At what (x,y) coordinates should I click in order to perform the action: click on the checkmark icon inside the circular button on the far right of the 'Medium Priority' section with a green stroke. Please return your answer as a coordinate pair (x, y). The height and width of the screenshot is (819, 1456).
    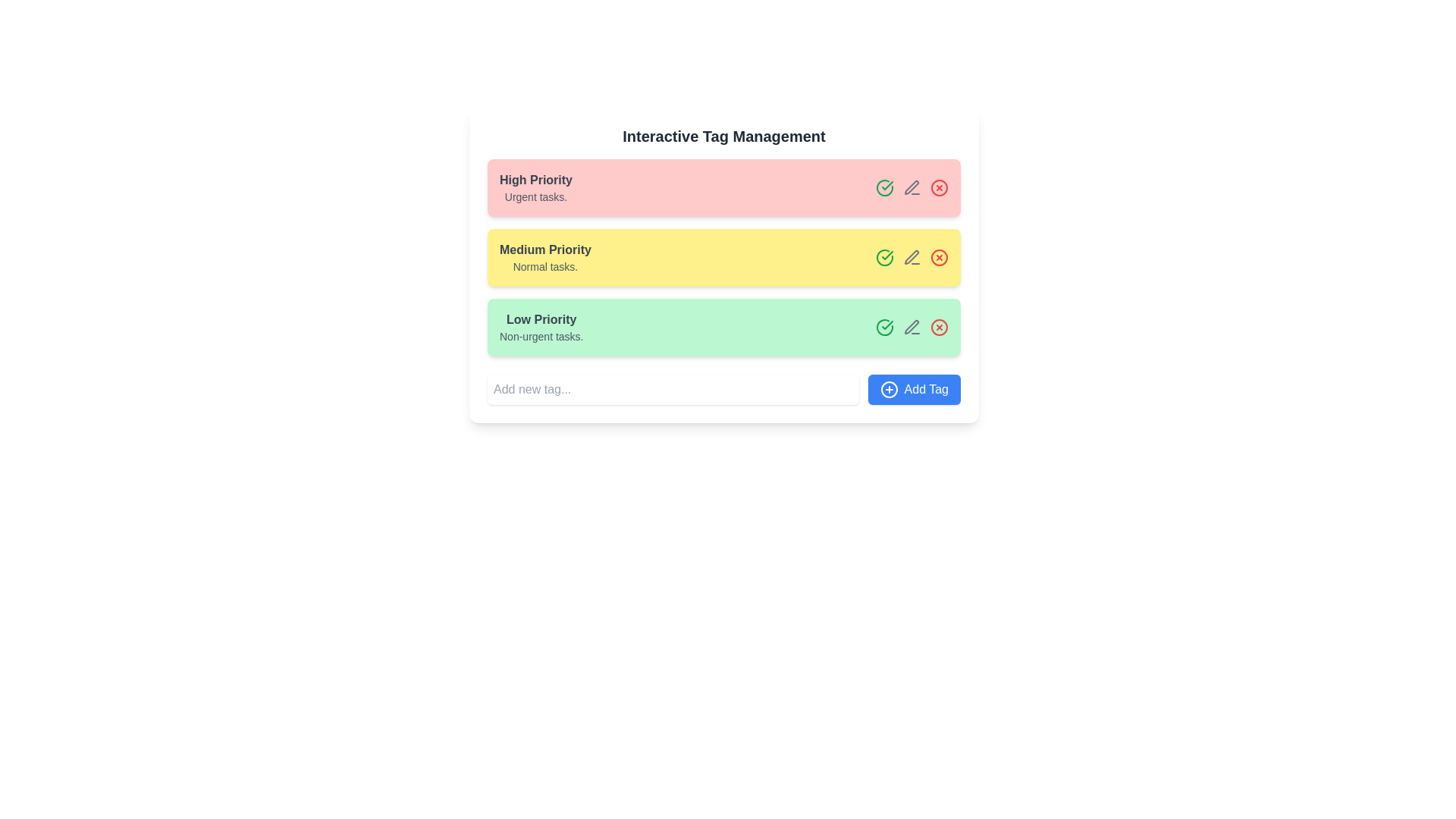
    Looking at the image, I should click on (884, 187).